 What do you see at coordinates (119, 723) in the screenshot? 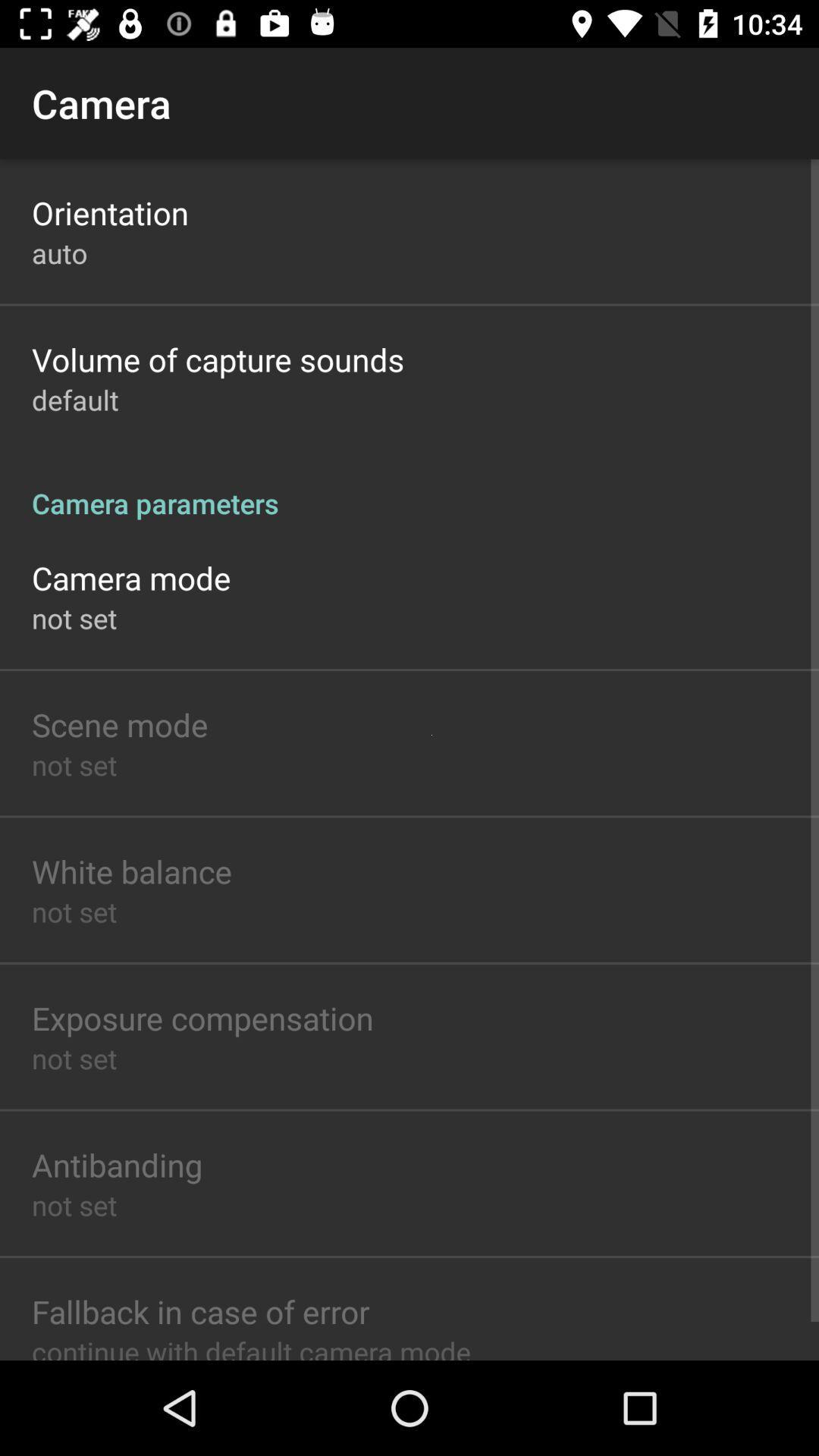
I see `app above not set app` at bounding box center [119, 723].